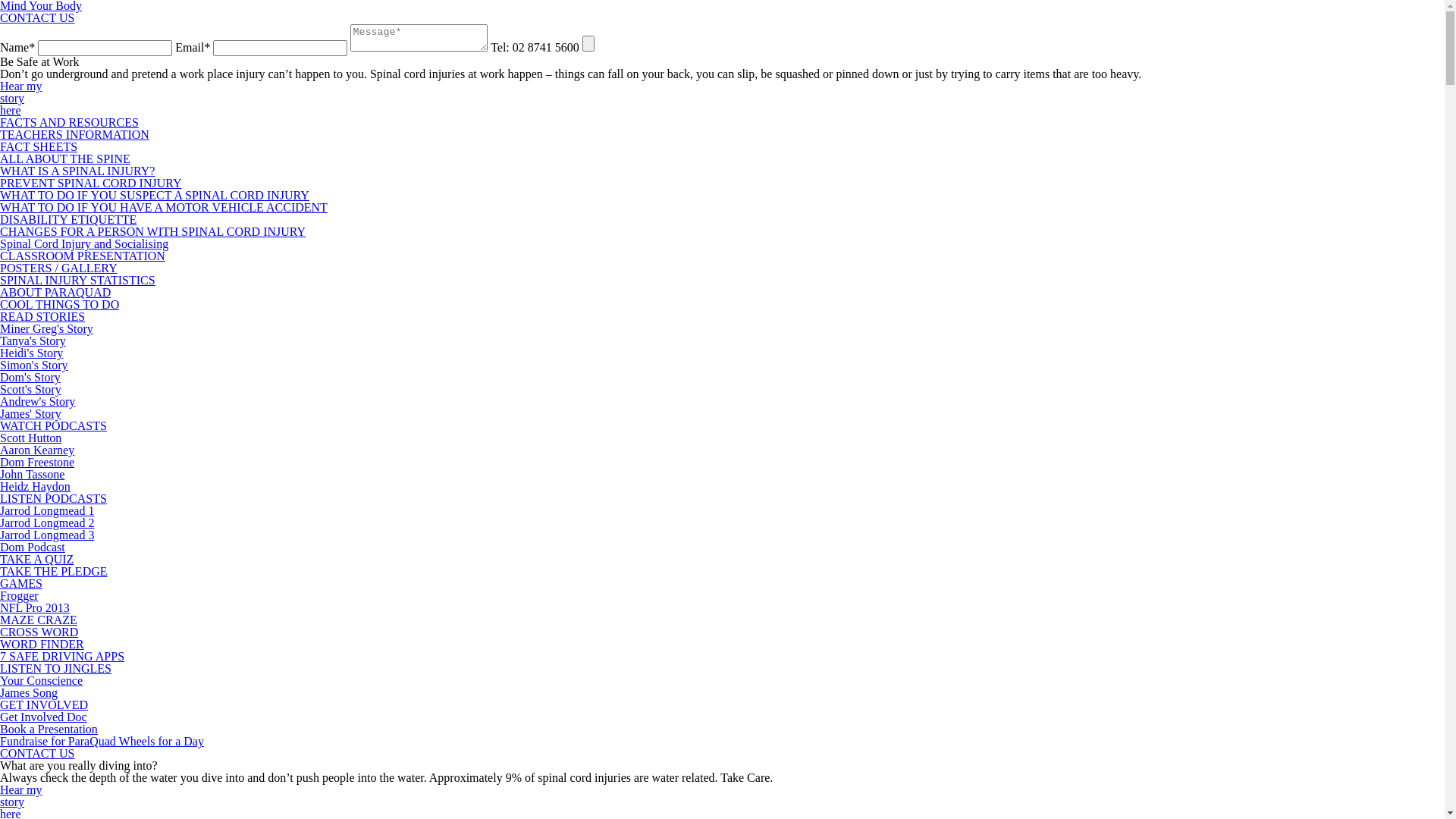 Image resolution: width=1456 pixels, height=819 pixels. I want to click on 'CONTACT US', so click(36, 753).